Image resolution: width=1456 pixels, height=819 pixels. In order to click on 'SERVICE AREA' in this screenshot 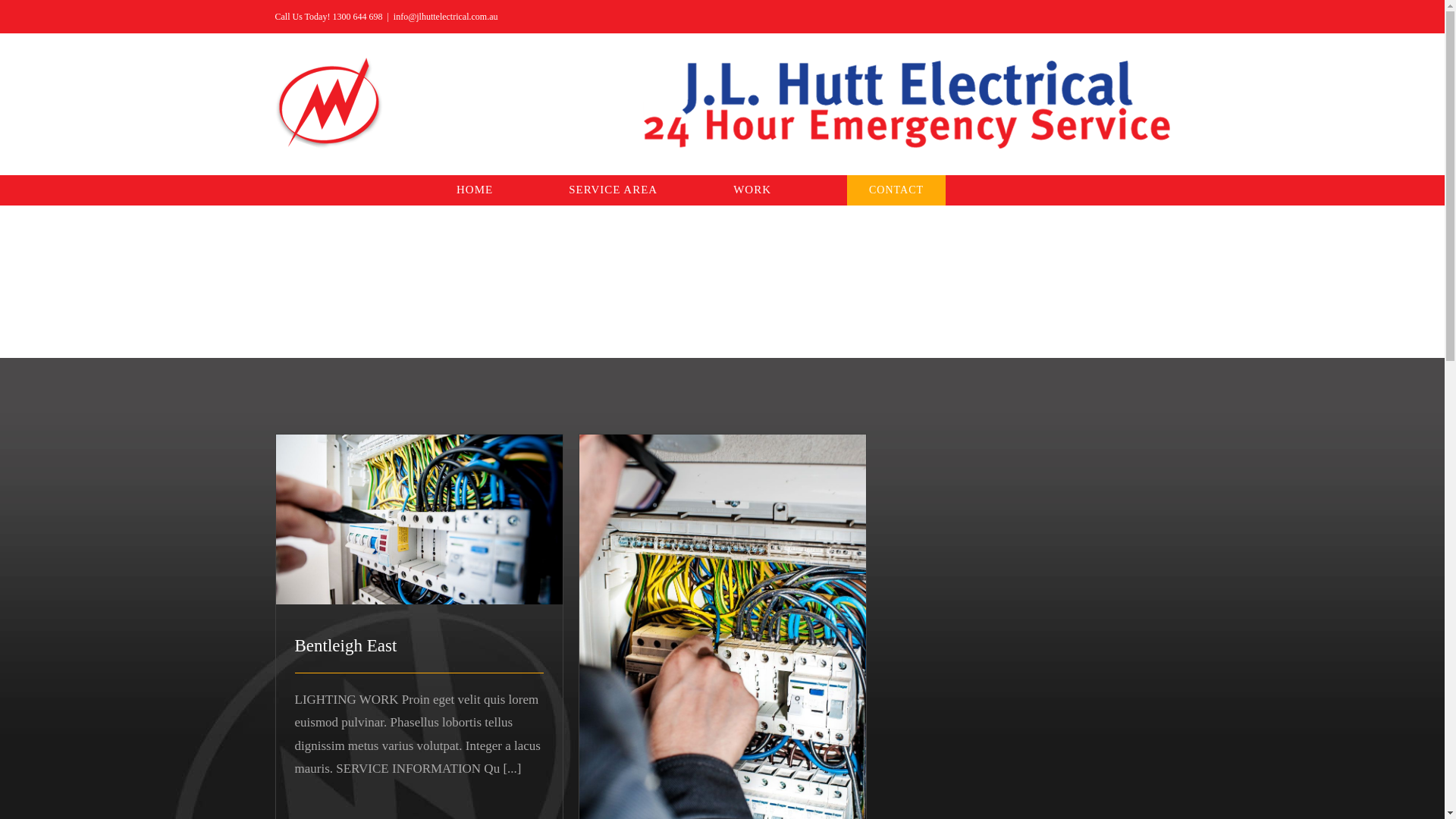, I will do `click(613, 189)`.